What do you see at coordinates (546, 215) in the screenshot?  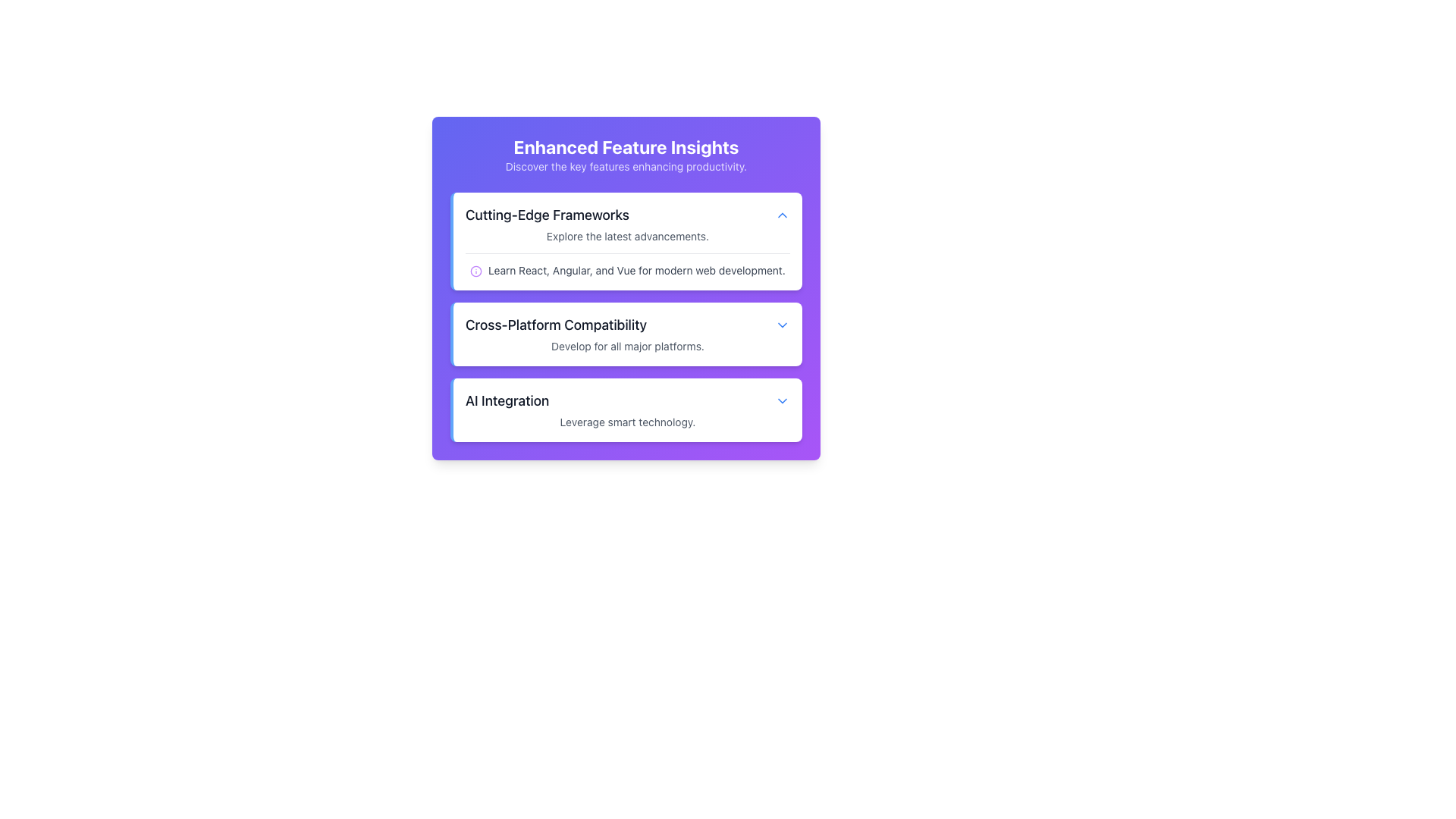 I see `the Text Label that summarizes the 'Cutting-Edge Frameworks' section, which is located at the top of the vertical list inside the 'Enhanced Feature Insights' purple card-like structure` at bounding box center [546, 215].